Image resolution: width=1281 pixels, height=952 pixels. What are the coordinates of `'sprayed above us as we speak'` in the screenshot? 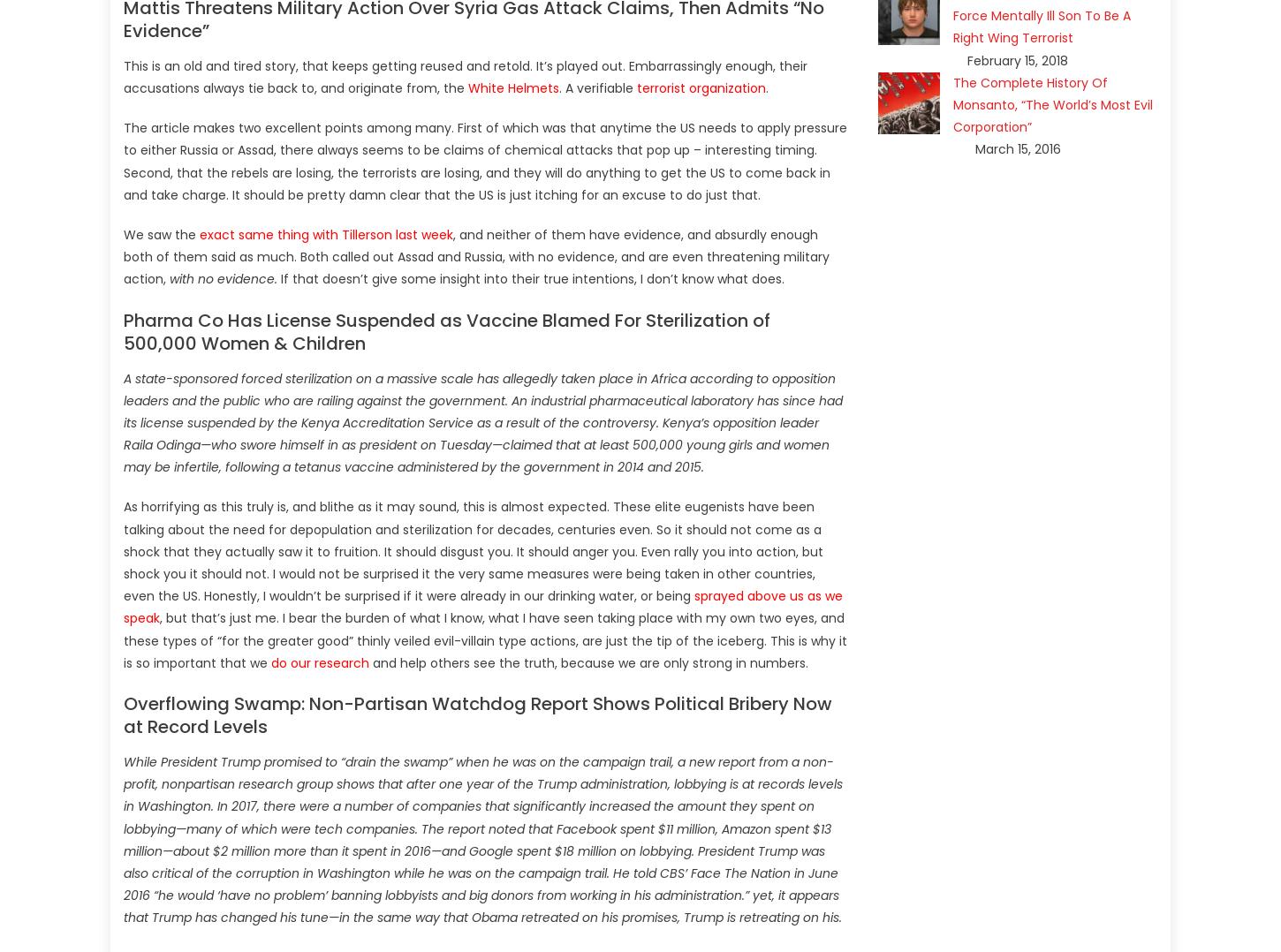 It's located at (482, 607).